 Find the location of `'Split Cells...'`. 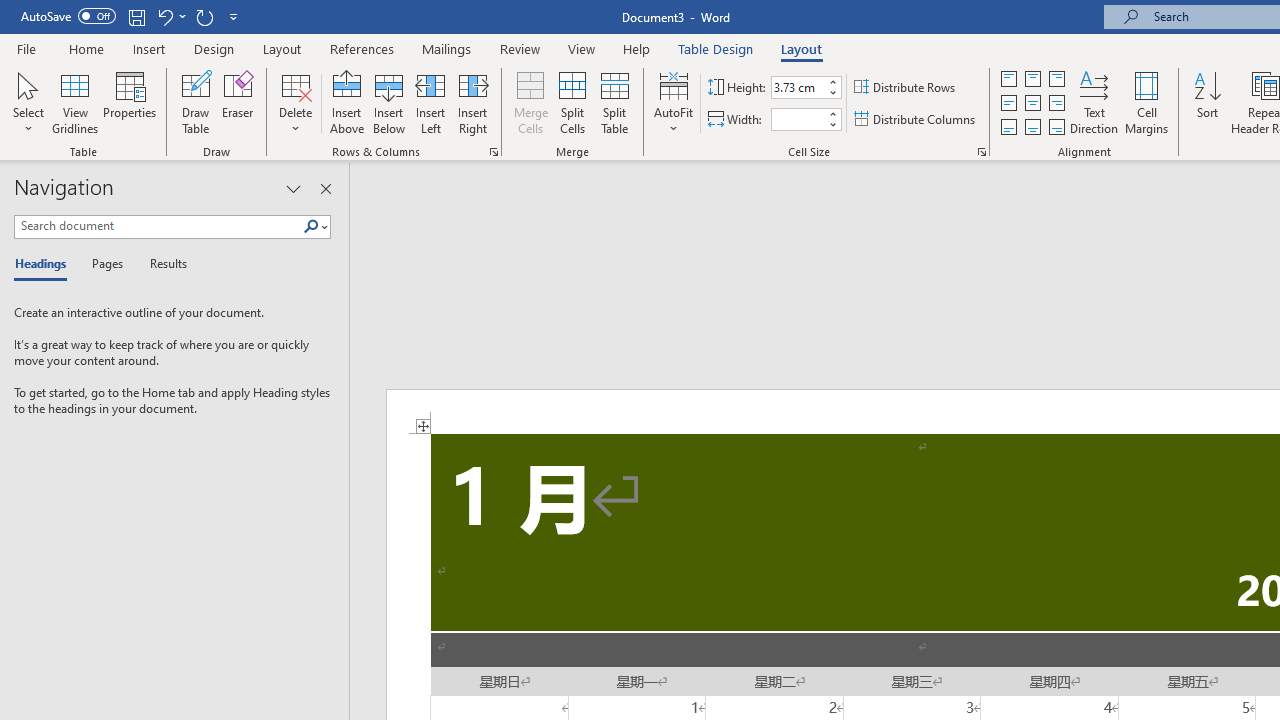

'Split Cells...' is located at coordinates (571, 103).